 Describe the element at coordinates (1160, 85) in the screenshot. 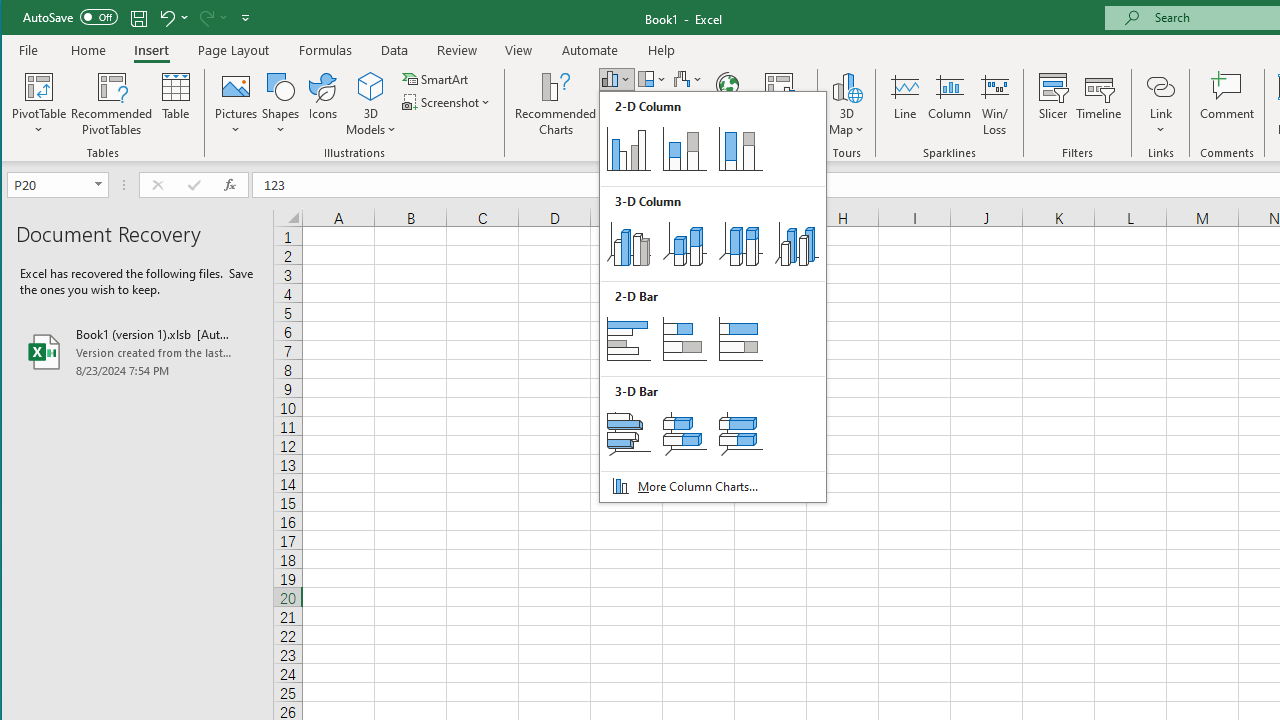

I see `'Link'` at that location.